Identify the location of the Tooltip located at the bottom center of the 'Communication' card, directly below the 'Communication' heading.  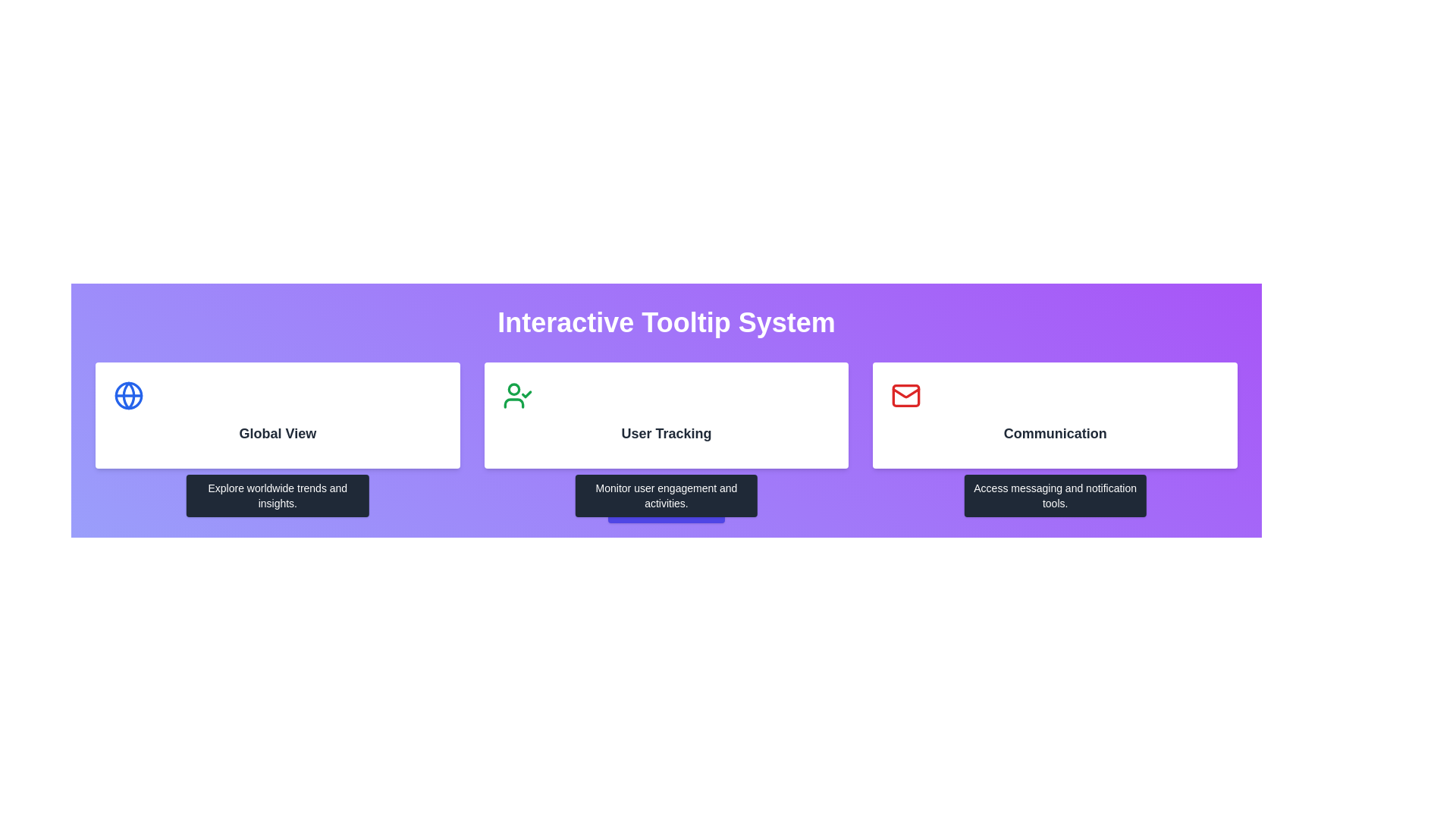
(1054, 496).